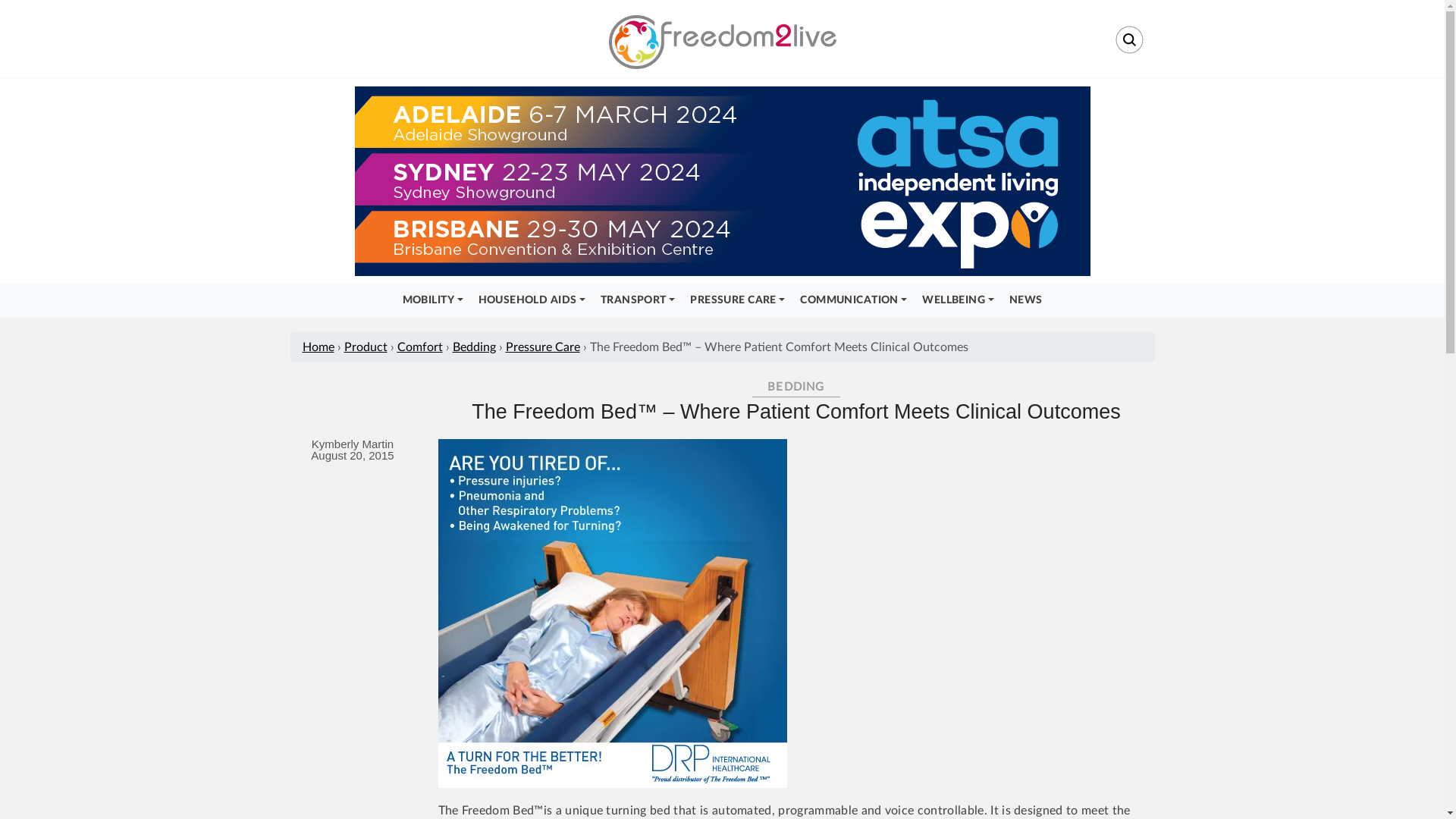 This screenshot has height=819, width=1456. Describe the element at coordinates (1026, 300) in the screenshot. I see `'NEWS'` at that location.